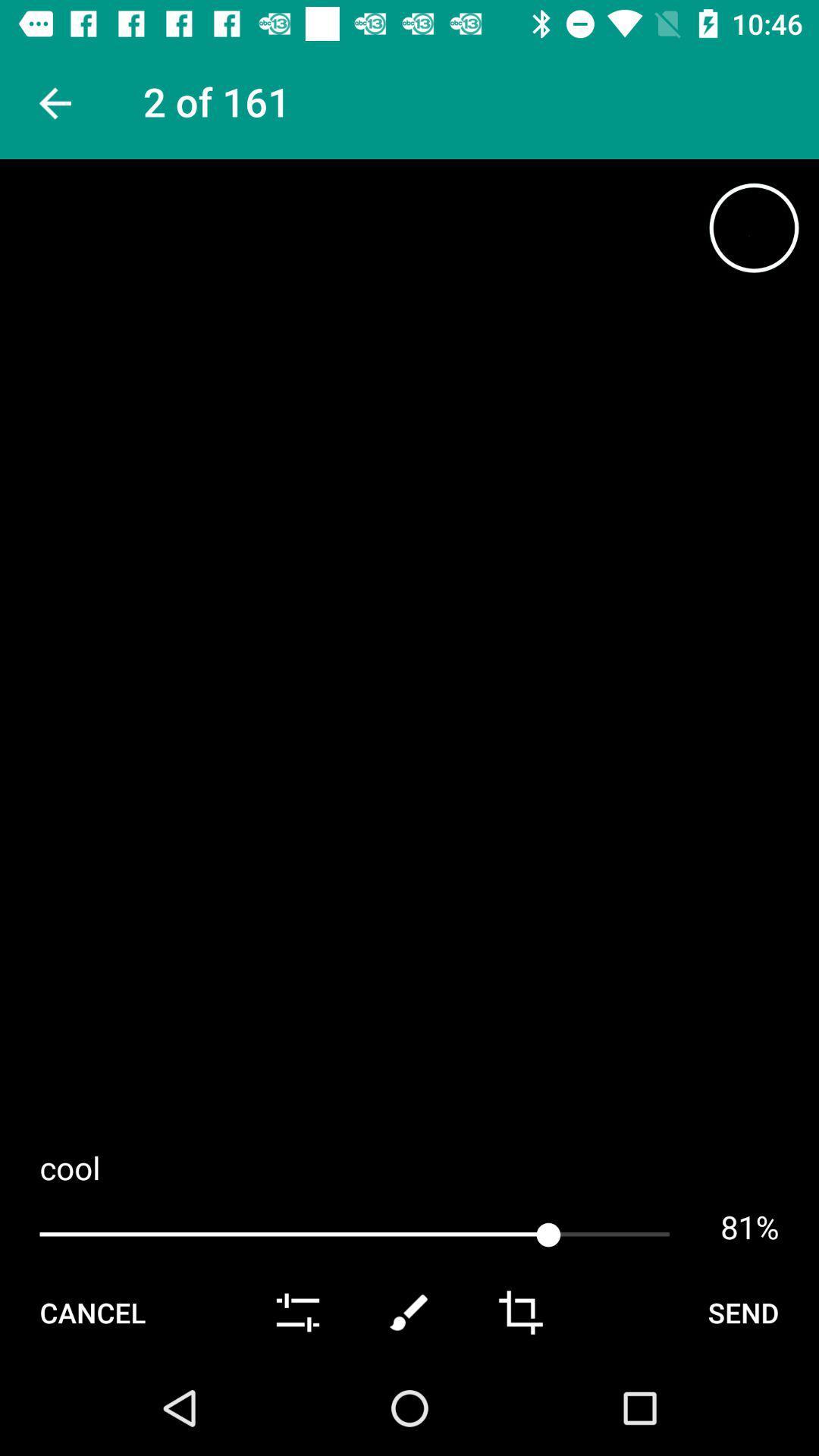  I want to click on the item next to the cancel app, so click(298, 1312).